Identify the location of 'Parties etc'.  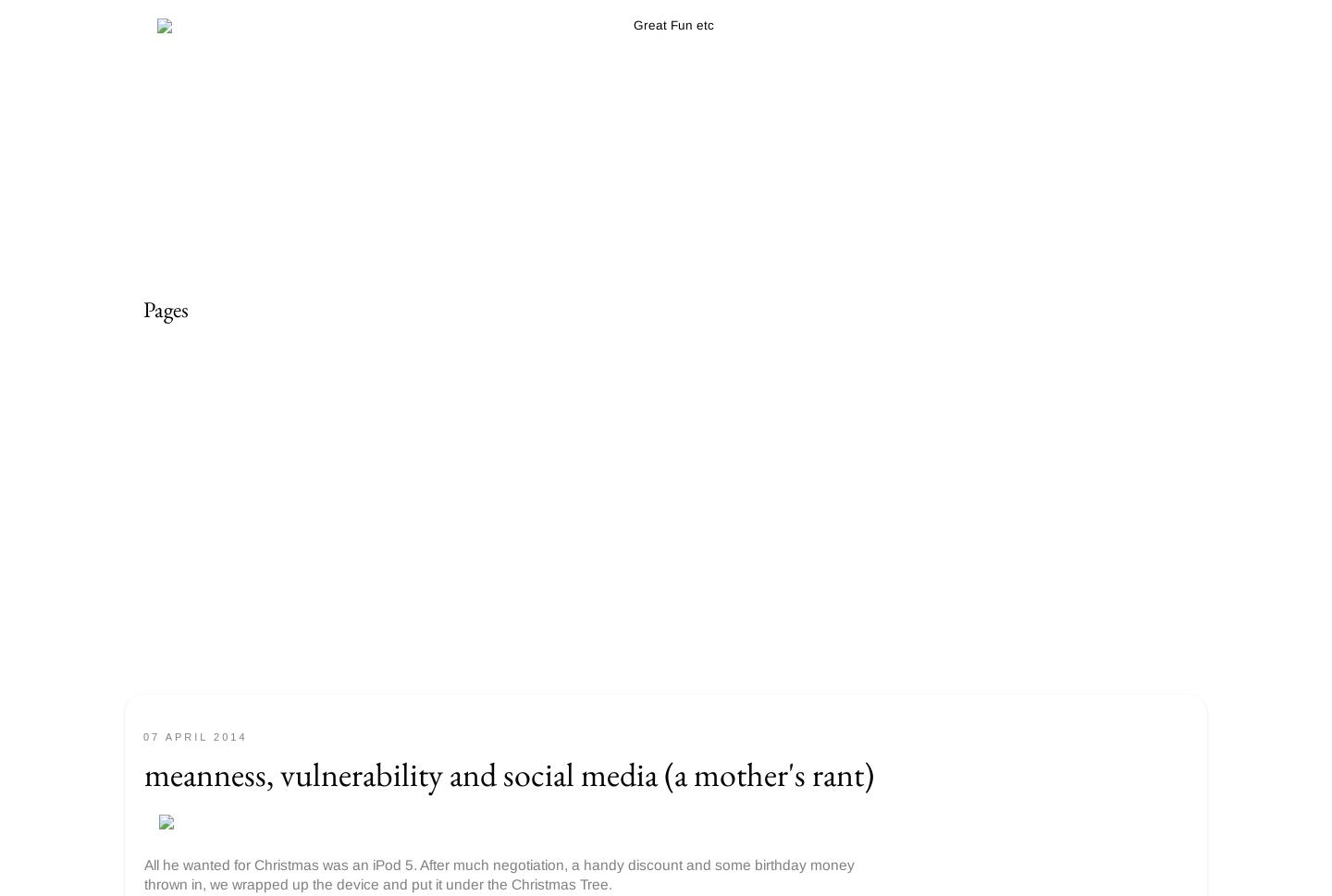
(184, 446).